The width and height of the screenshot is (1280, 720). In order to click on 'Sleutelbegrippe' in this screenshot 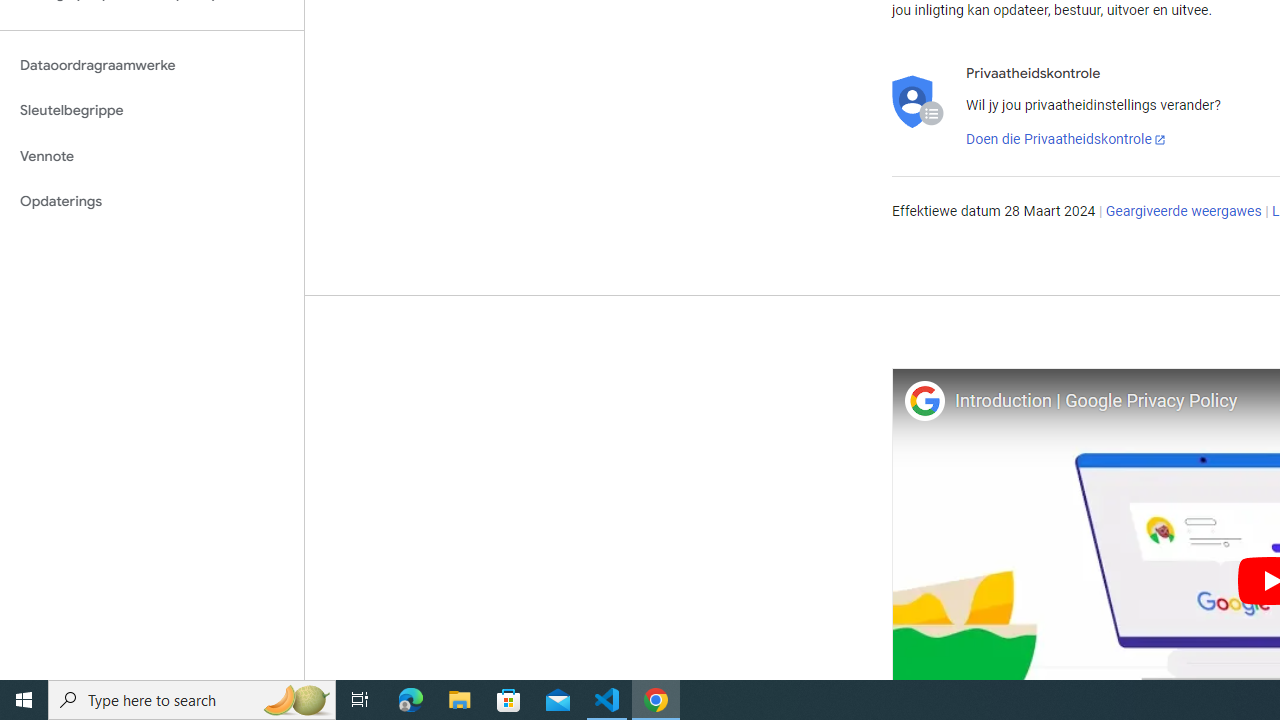, I will do `click(151, 110)`.